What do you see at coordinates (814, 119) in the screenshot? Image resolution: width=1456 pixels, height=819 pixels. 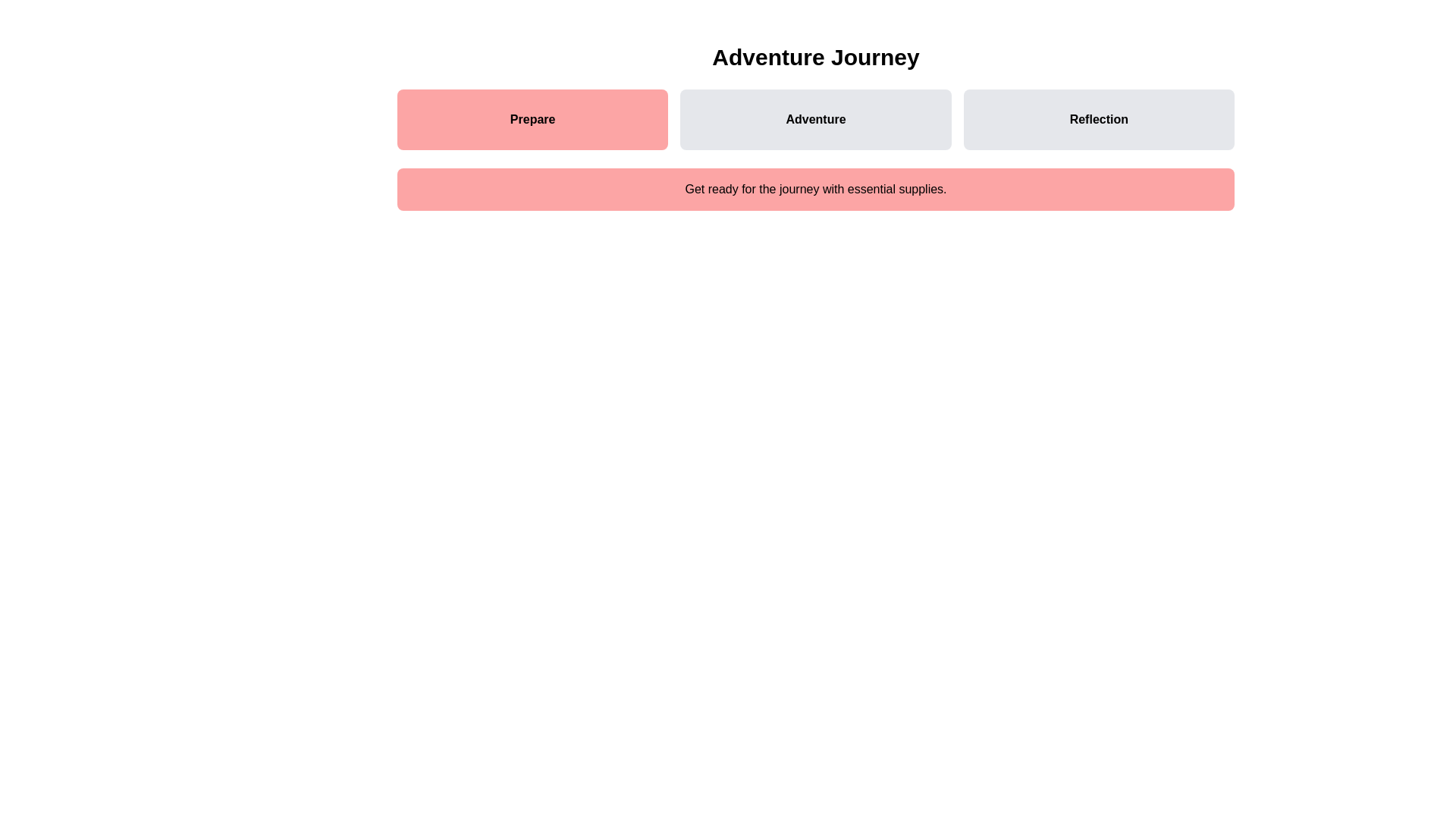 I see `the Adventure step to navigate to its content` at bounding box center [814, 119].